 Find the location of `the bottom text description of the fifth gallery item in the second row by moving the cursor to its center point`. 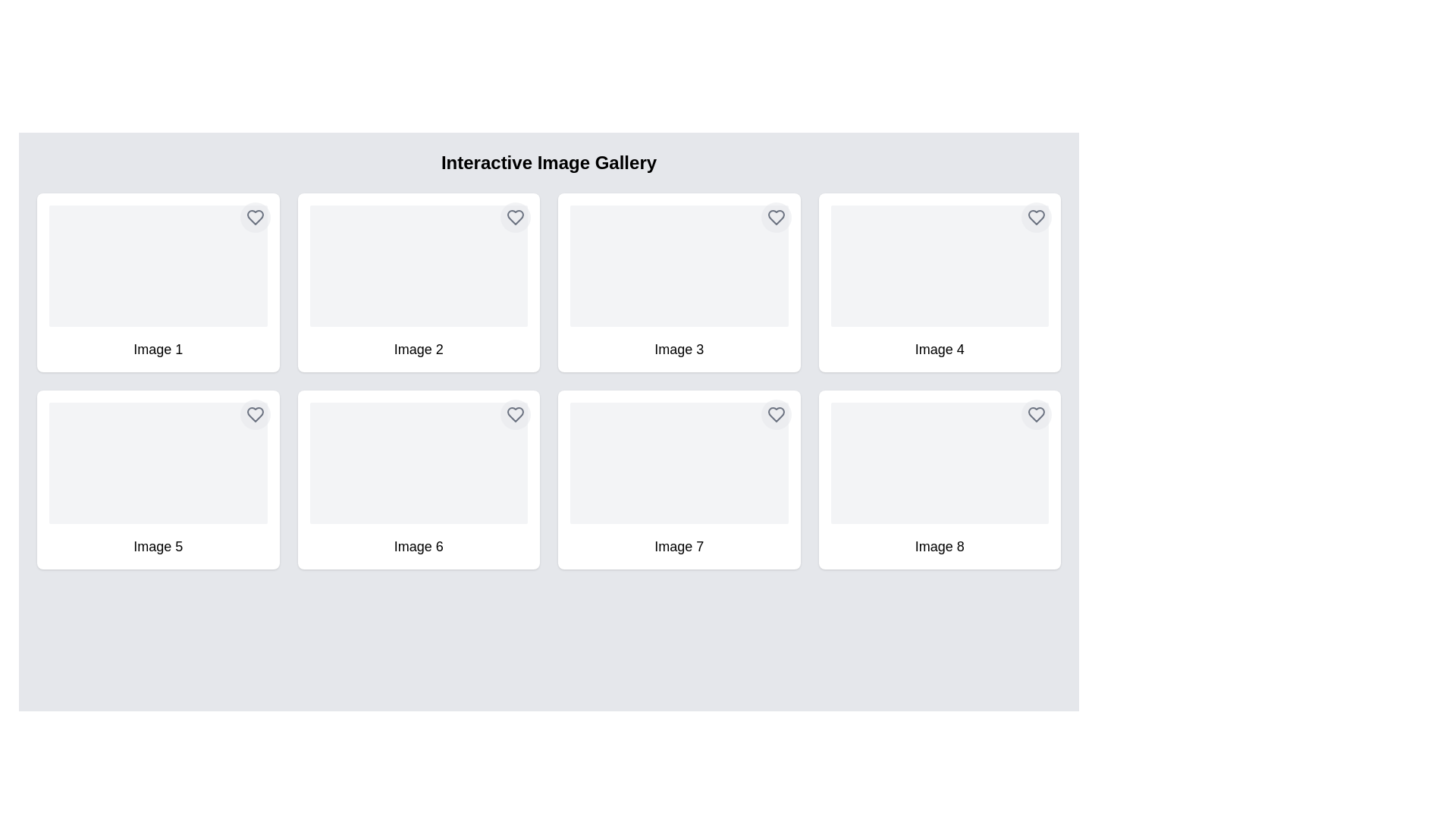

the bottom text description of the fifth gallery item in the second row by moving the cursor to its center point is located at coordinates (158, 547).